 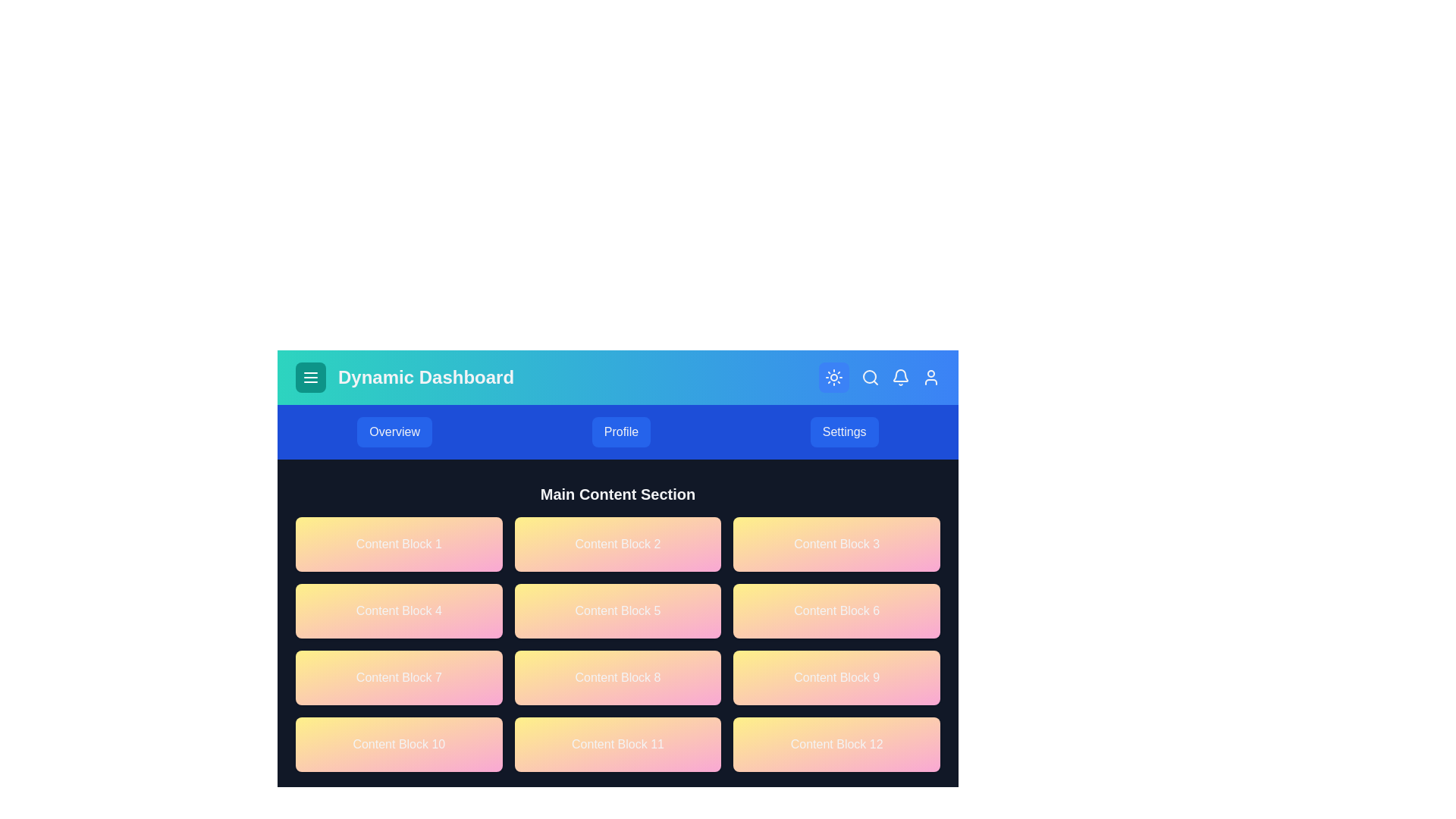 I want to click on the Settings button in the navbar, so click(x=843, y=432).